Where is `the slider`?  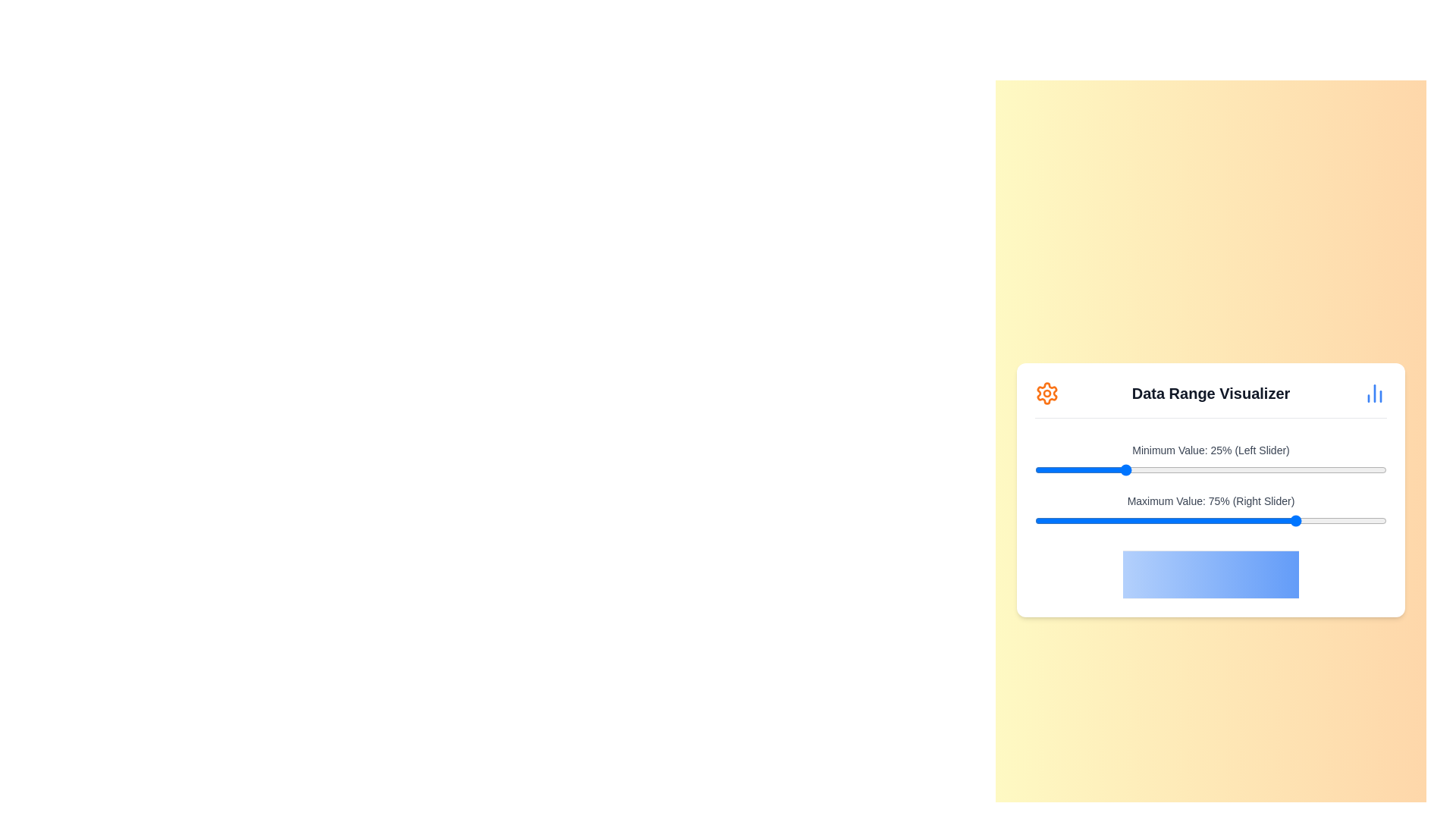 the slider is located at coordinates (1087, 519).